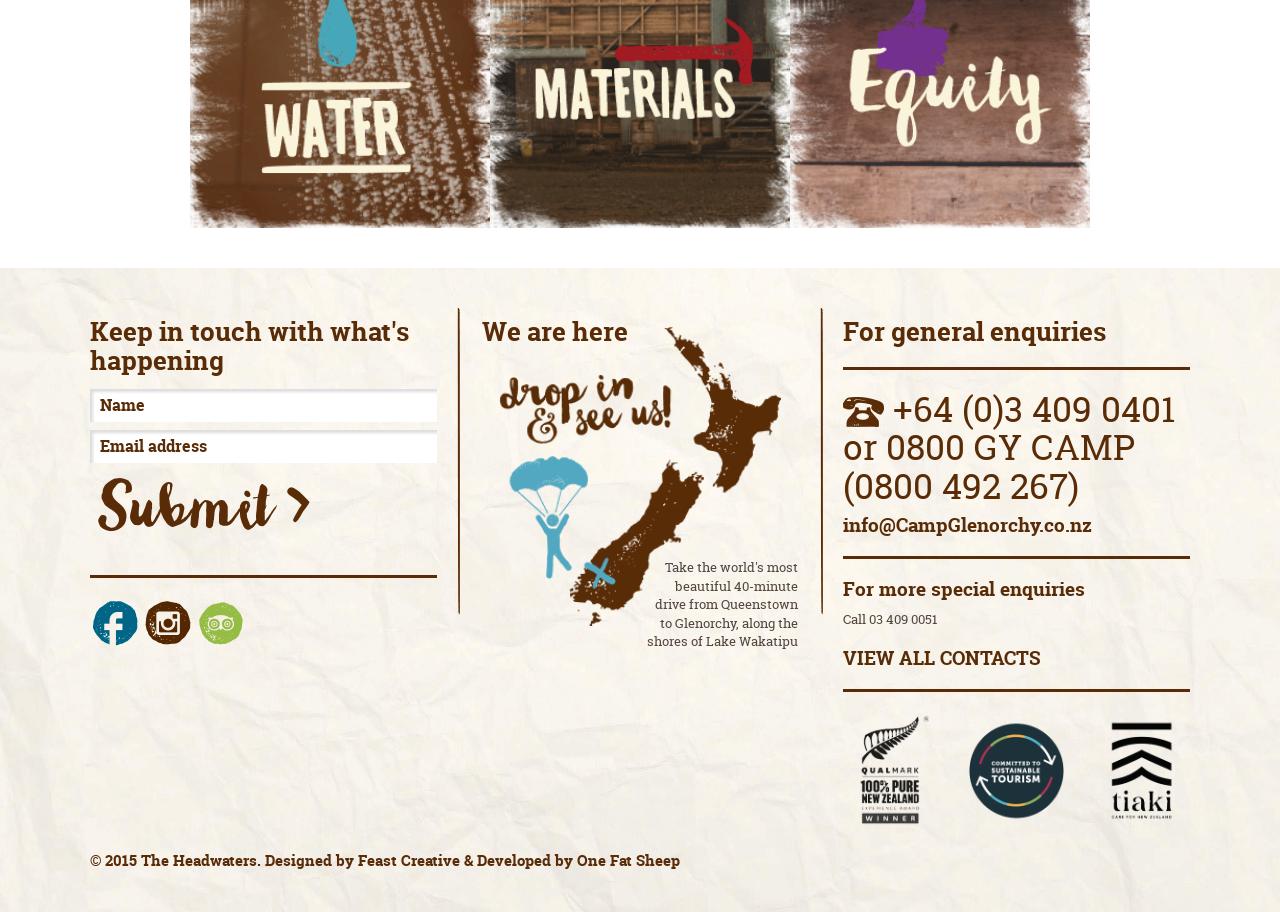 The width and height of the screenshot is (1280, 912). I want to click on 'Feast Creative', so click(407, 860).